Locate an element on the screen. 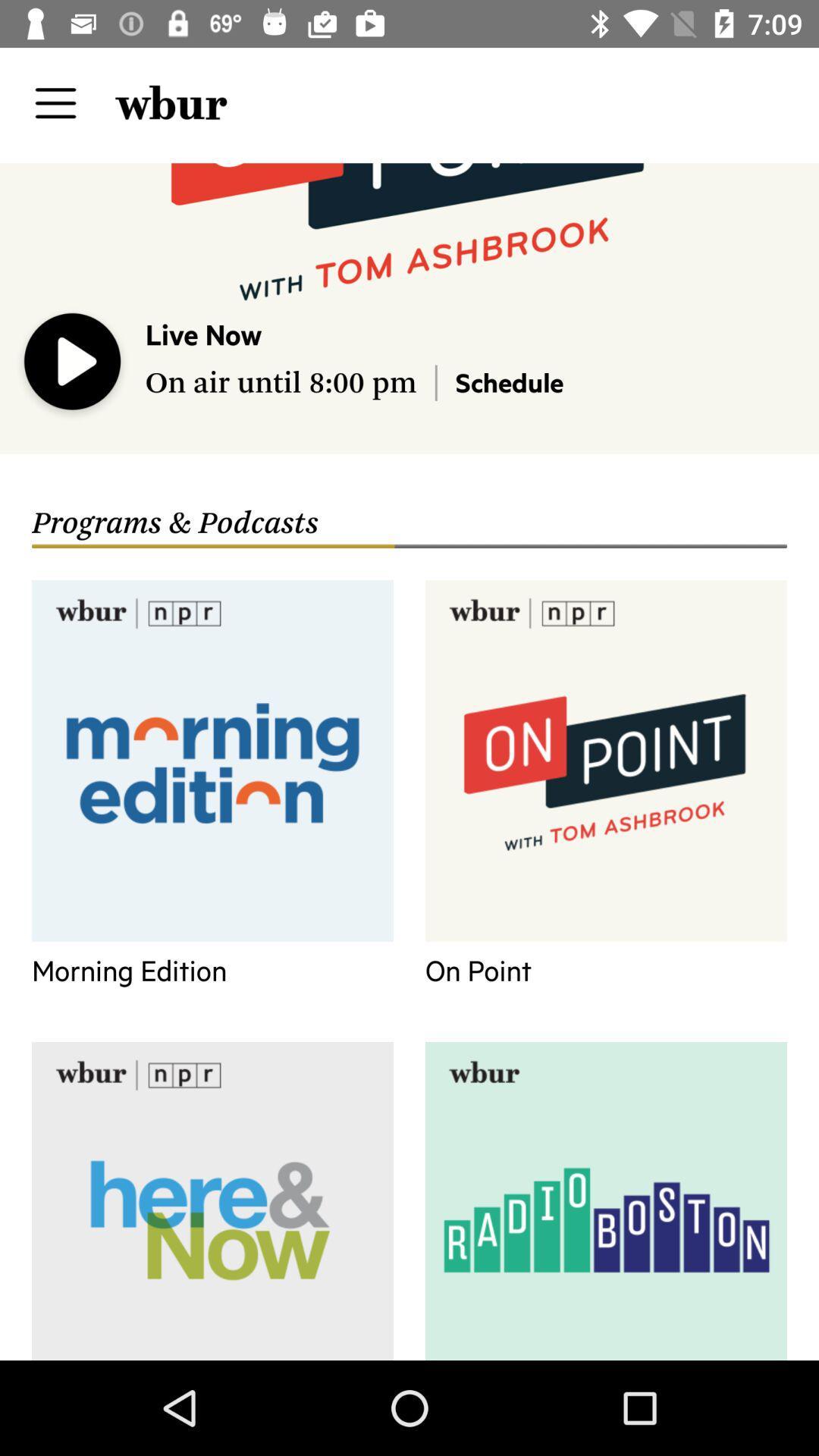  the item next to live now icon is located at coordinates (73, 365).